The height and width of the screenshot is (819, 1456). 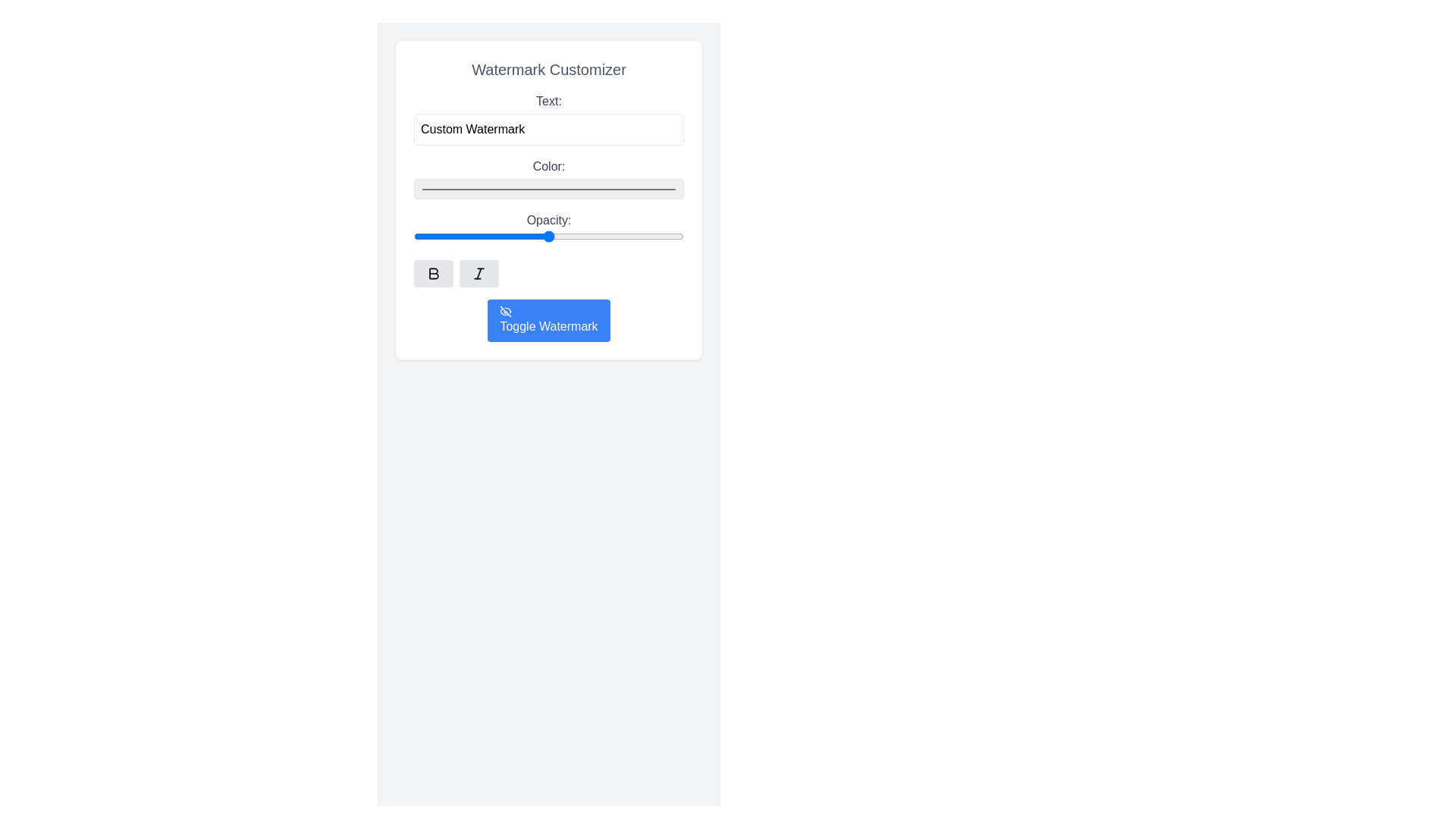 What do you see at coordinates (548, 188) in the screenshot?
I see `the color` at bounding box center [548, 188].